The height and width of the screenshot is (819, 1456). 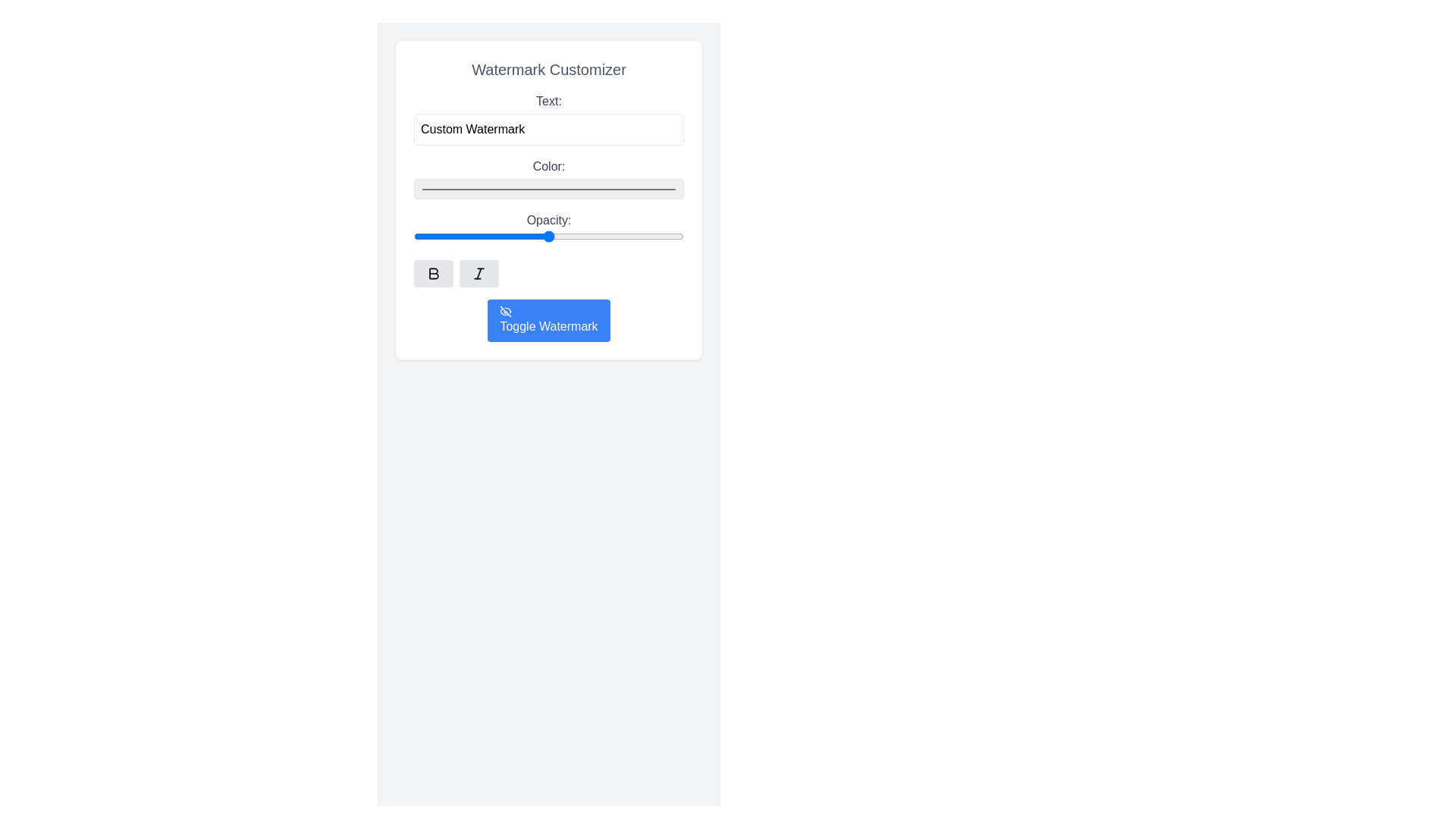 What do you see at coordinates (548, 188) in the screenshot?
I see `the color` at bounding box center [548, 188].